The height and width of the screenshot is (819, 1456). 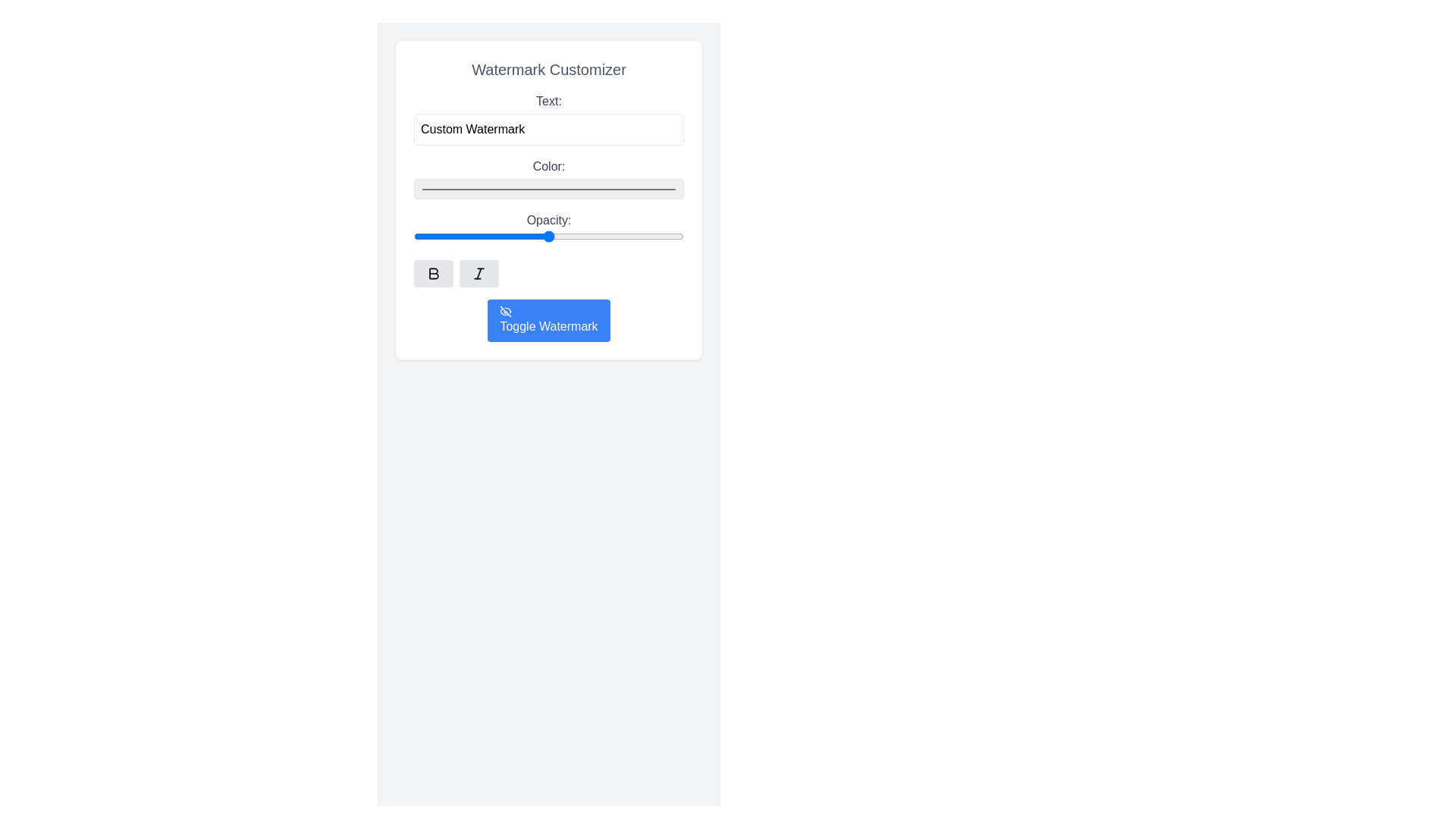 What do you see at coordinates (548, 188) in the screenshot?
I see `the color` at bounding box center [548, 188].